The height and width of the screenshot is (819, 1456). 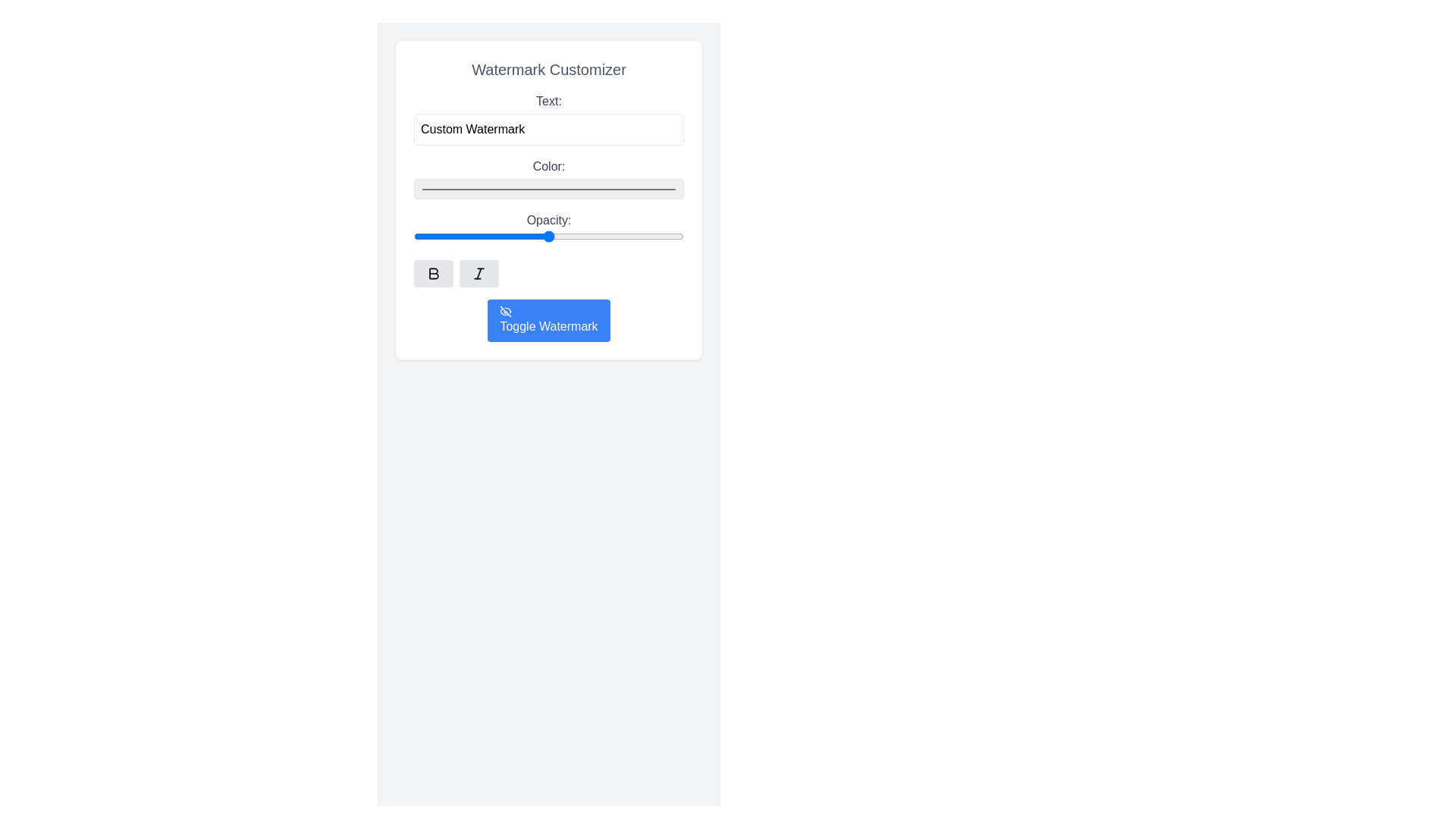 What do you see at coordinates (548, 188) in the screenshot?
I see `the color` at bounding box center [548, 188].